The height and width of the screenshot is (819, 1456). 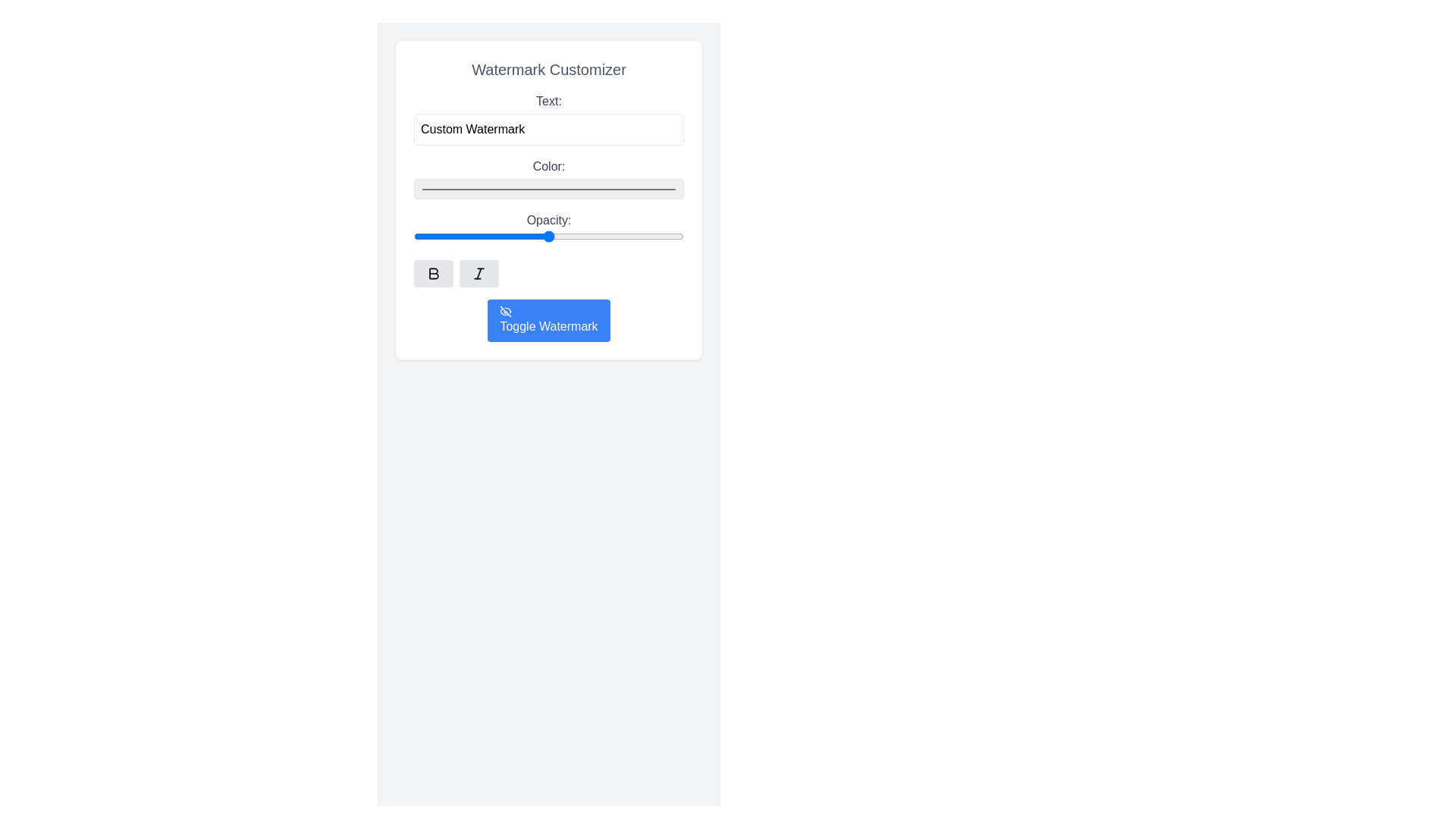 What do you see at coordinates (548, 188) in the screenshot?
I see `the color` at bounding box center [548, 188].